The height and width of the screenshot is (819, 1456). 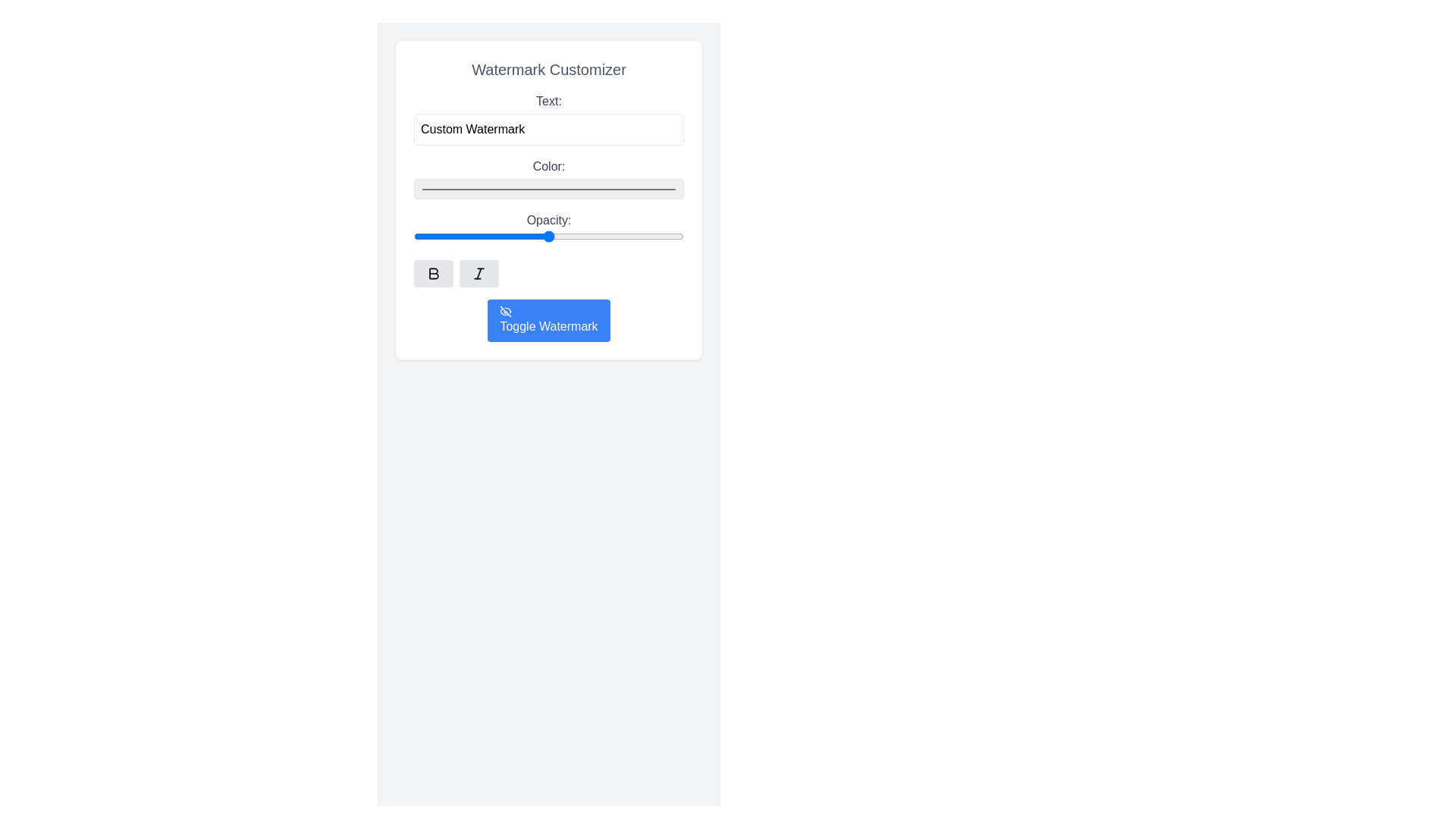 What do you see at coordinates (548, 188) in the screenshot?
I see `the color` at bounding box center [548, 188].